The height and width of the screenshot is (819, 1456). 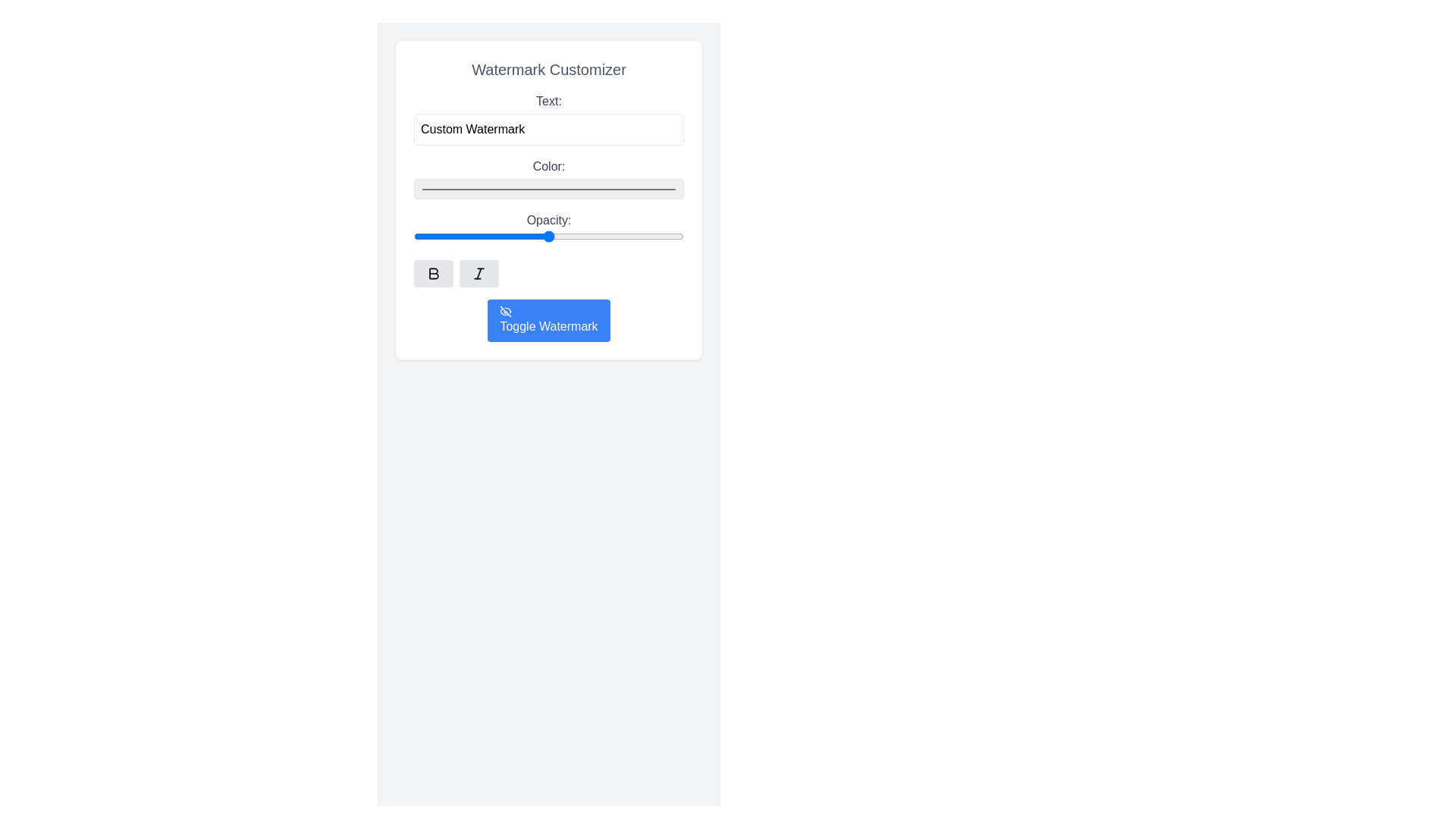 What do you see at coordinates (548, 188) in the screenshot?
I see `the color` at bounding box center [548, 188].